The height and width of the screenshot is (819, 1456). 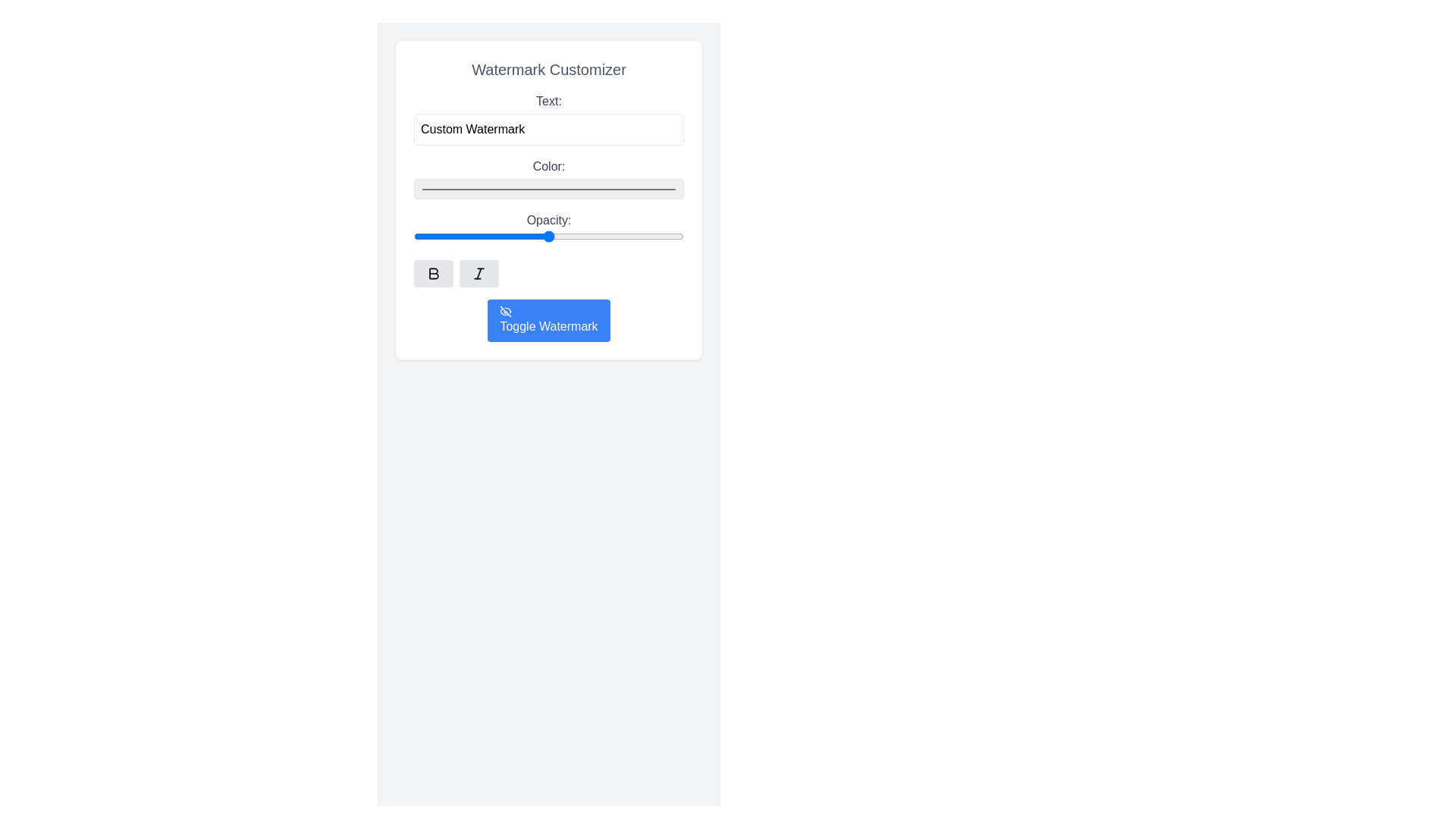 What do you see at coordinates (548, 188) in the screenshot?
I see `the color` at bounding box center [548, 188].